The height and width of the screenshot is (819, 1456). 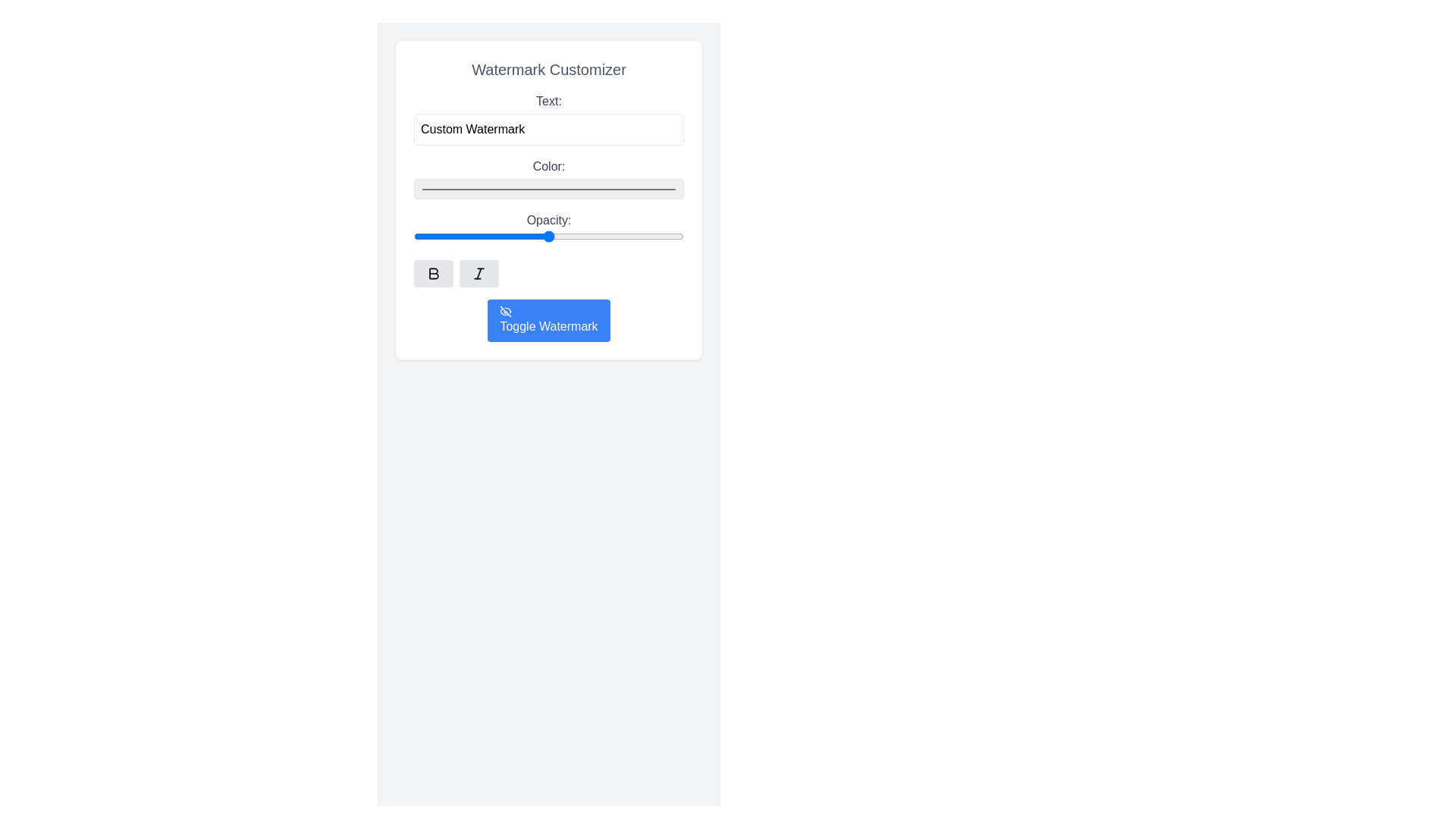 What do you see at coordinates (548, 188) in the screenshot?
I see `the color` at bounding box center [548, 188].